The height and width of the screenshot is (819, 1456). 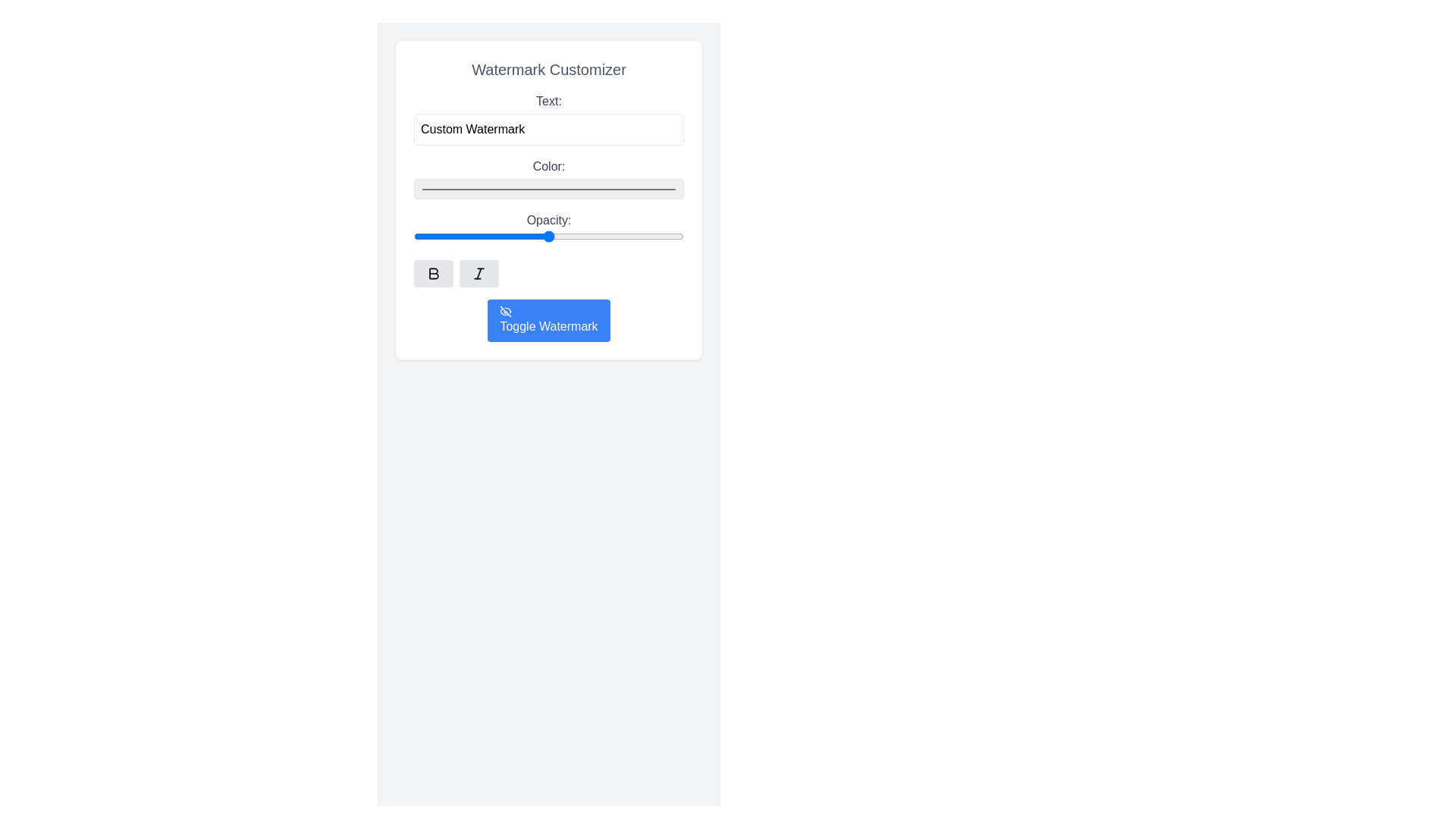 What do you see at coordinates (548, 188) in the screenshot?
I see `the color` at bounding box center [548, 188].